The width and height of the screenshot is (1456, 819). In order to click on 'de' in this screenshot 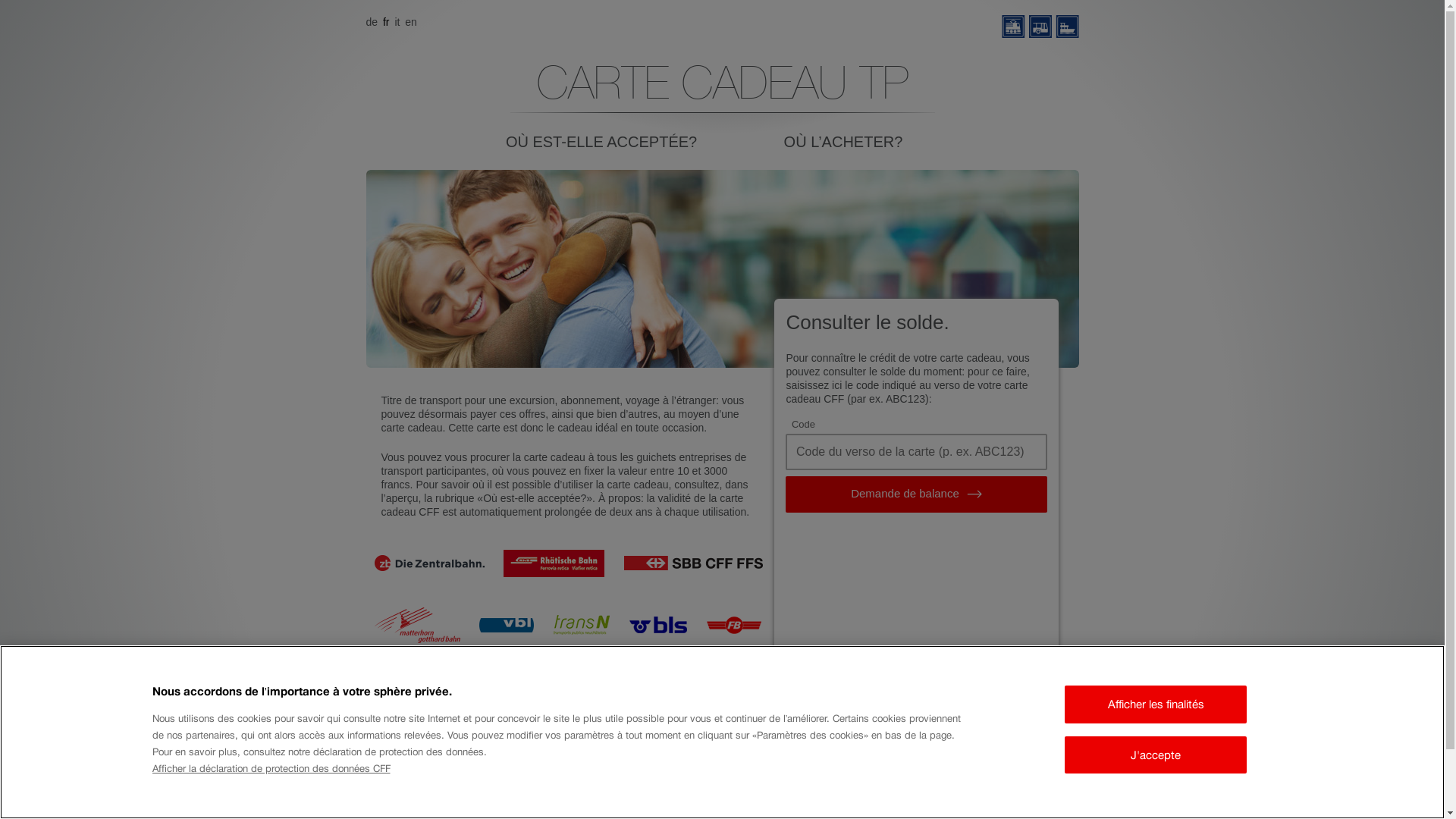, I will do `click(365, 22)`.